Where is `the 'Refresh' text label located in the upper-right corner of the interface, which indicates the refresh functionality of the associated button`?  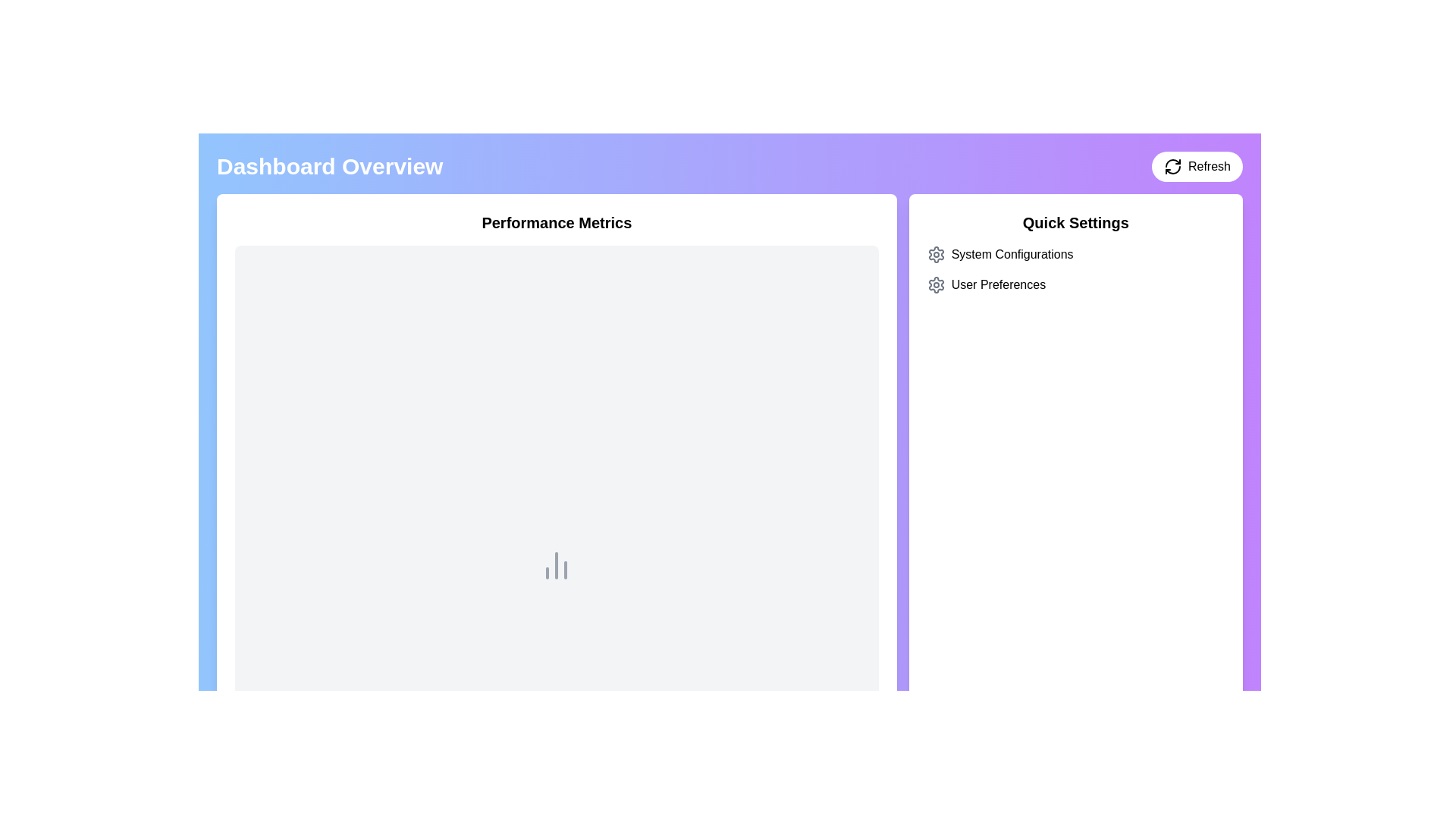 the 'Refresh' text label located in the upper-right corner of the interface, which indicates the refresh functionality of the associated button is located at coordinates (1208, 166).